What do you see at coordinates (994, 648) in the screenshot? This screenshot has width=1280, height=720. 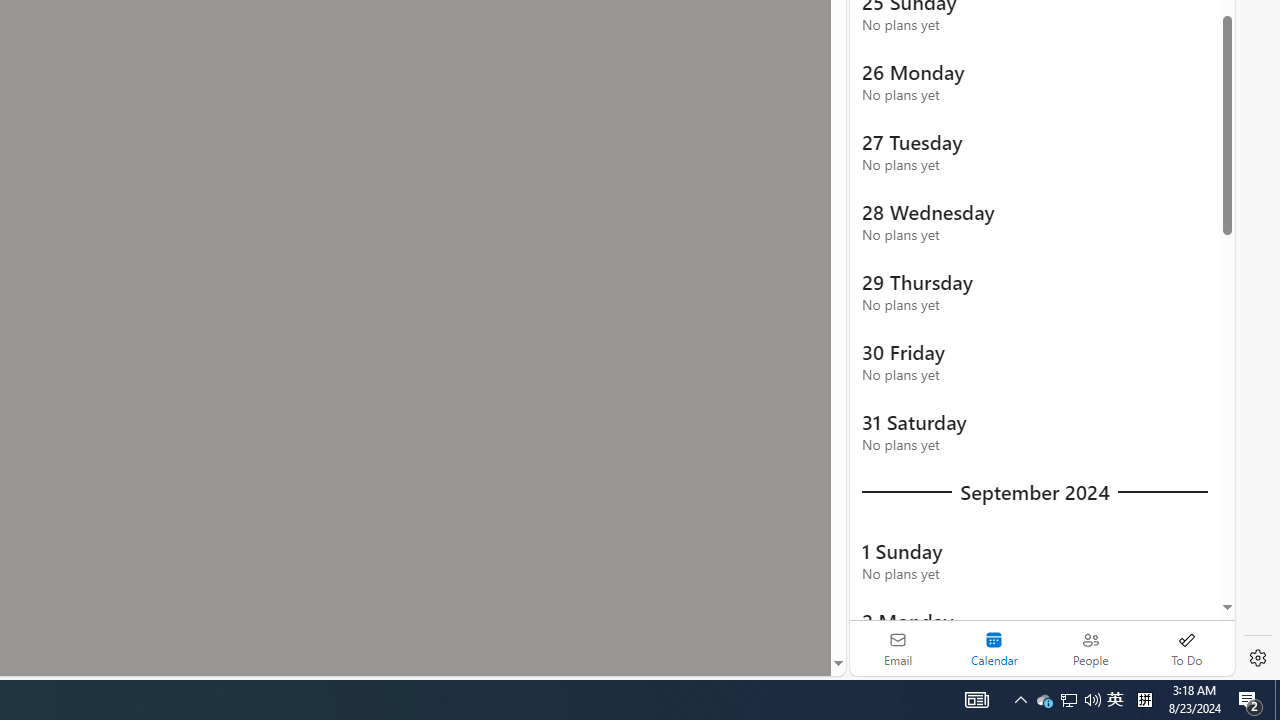 I see `'Selected calendar module. Date today is 22'` at bounding box center [994, 648].